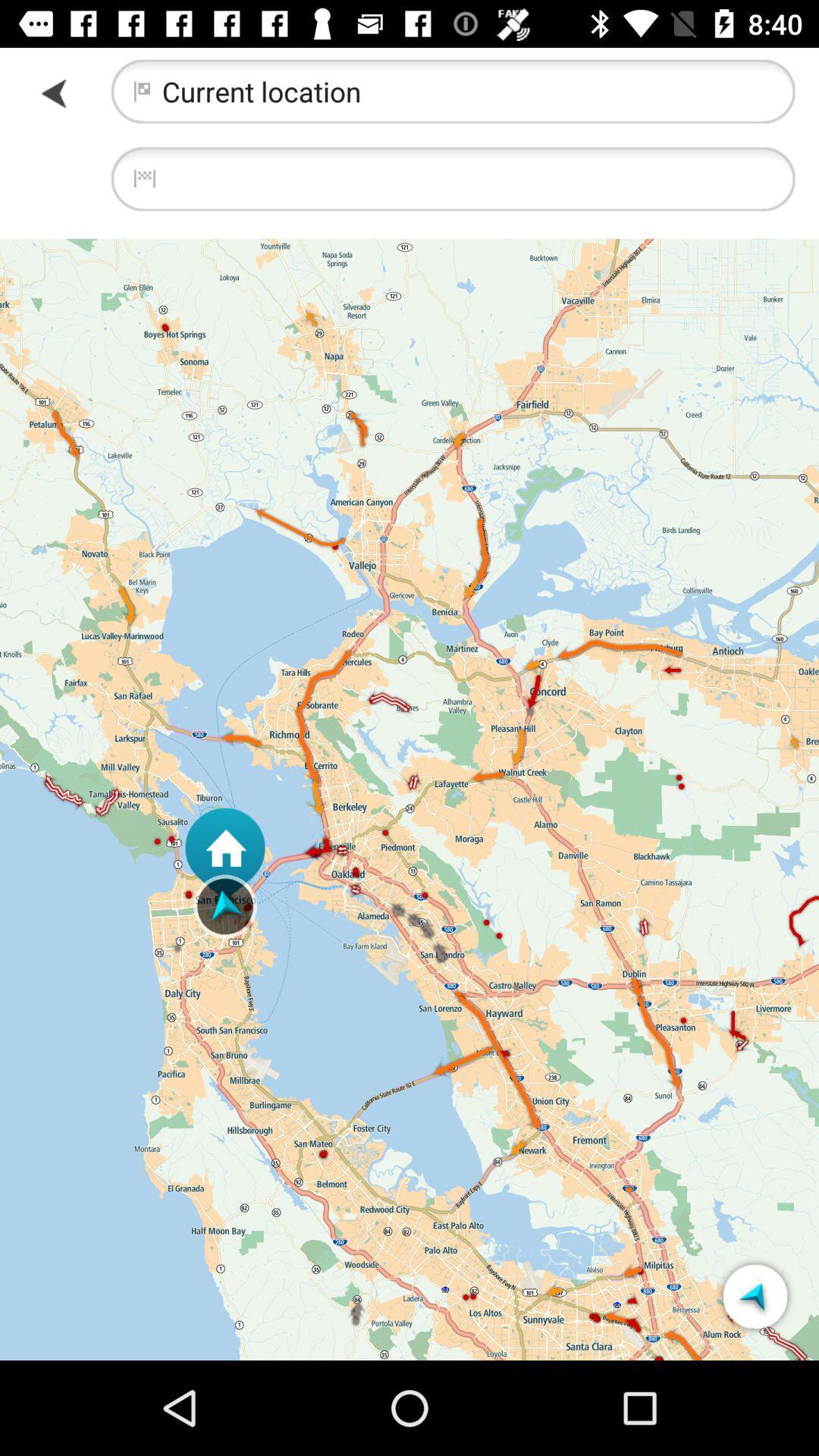 The height and width of the screenshot is (1456, 819). Describe the element at coordinates (452, 90) in the screenshot. I see `current location icon` at that location.